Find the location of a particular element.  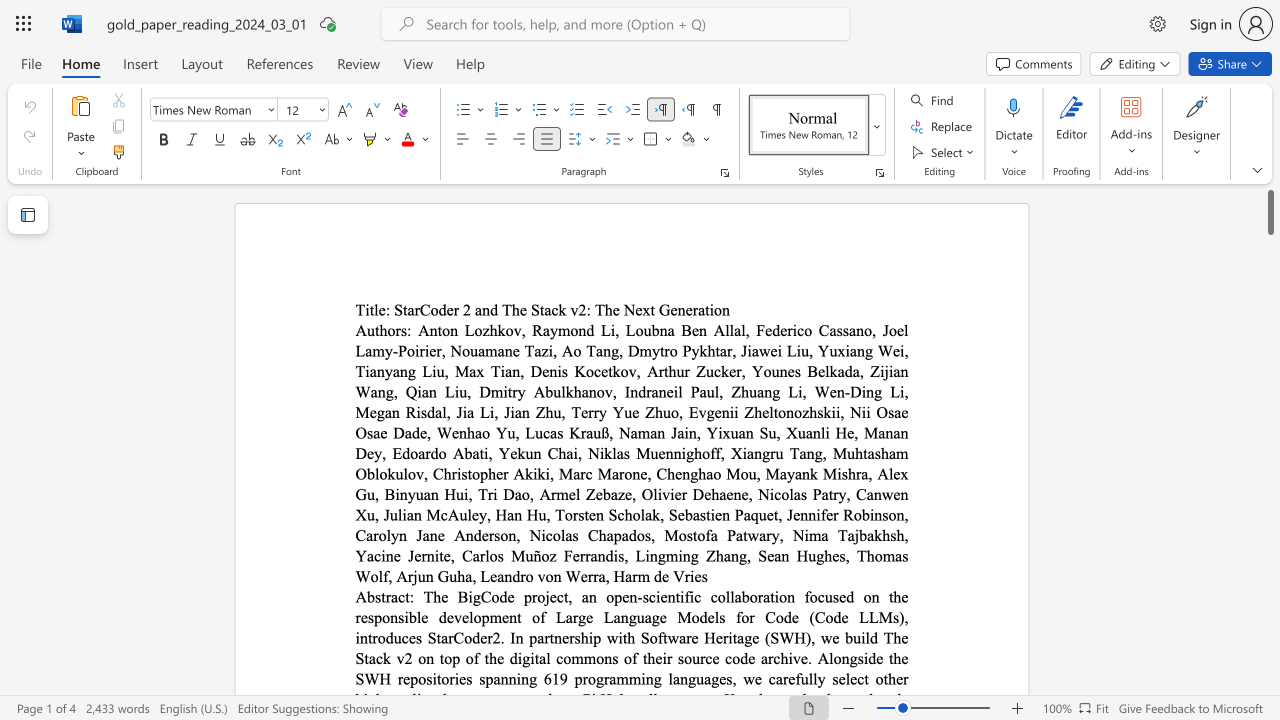

the right-hand scrollbar to descend the page is located at coordinates (1269, 630).